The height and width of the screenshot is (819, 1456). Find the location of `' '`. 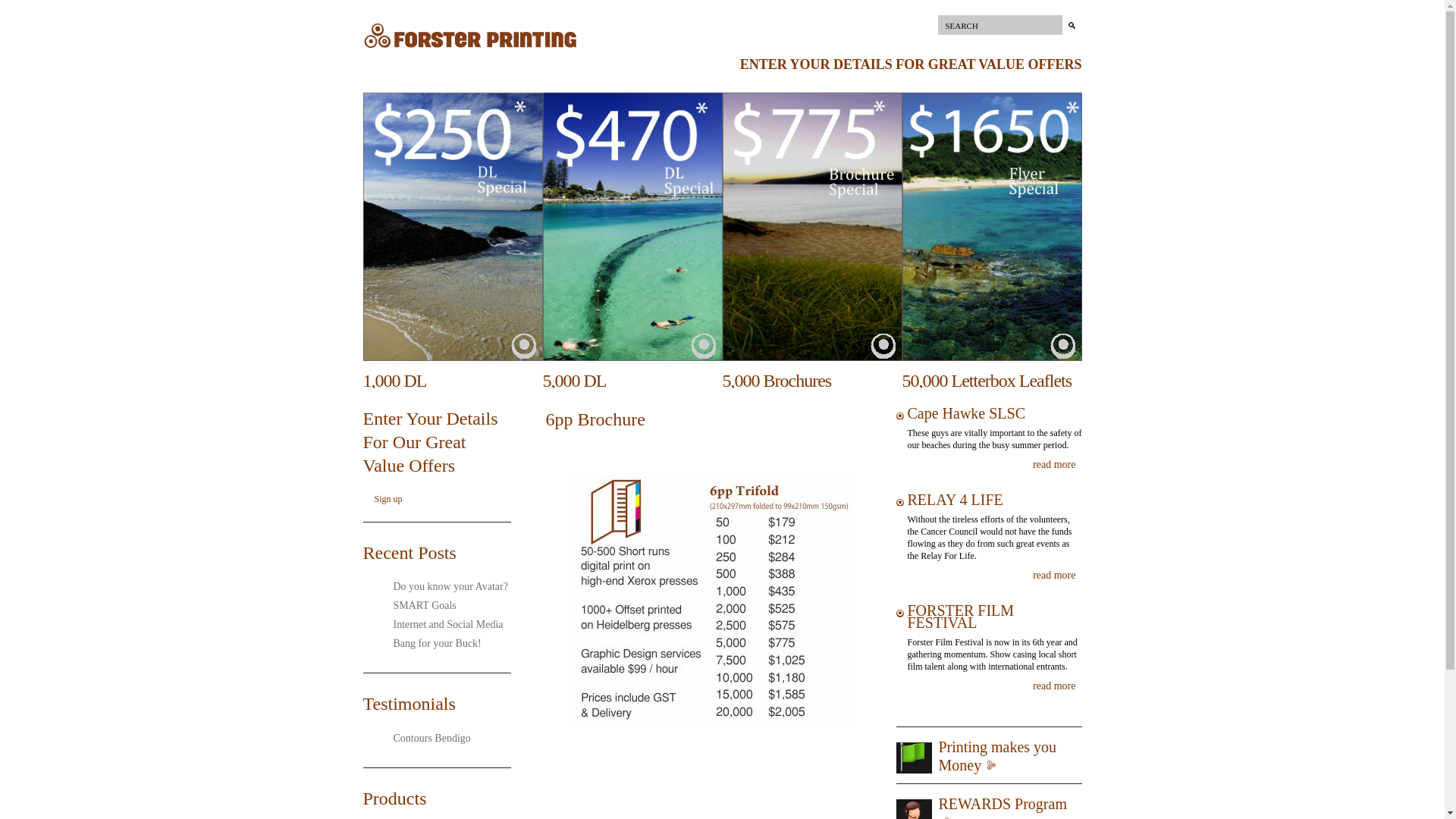

' ' is located at coordinates (705, 347).